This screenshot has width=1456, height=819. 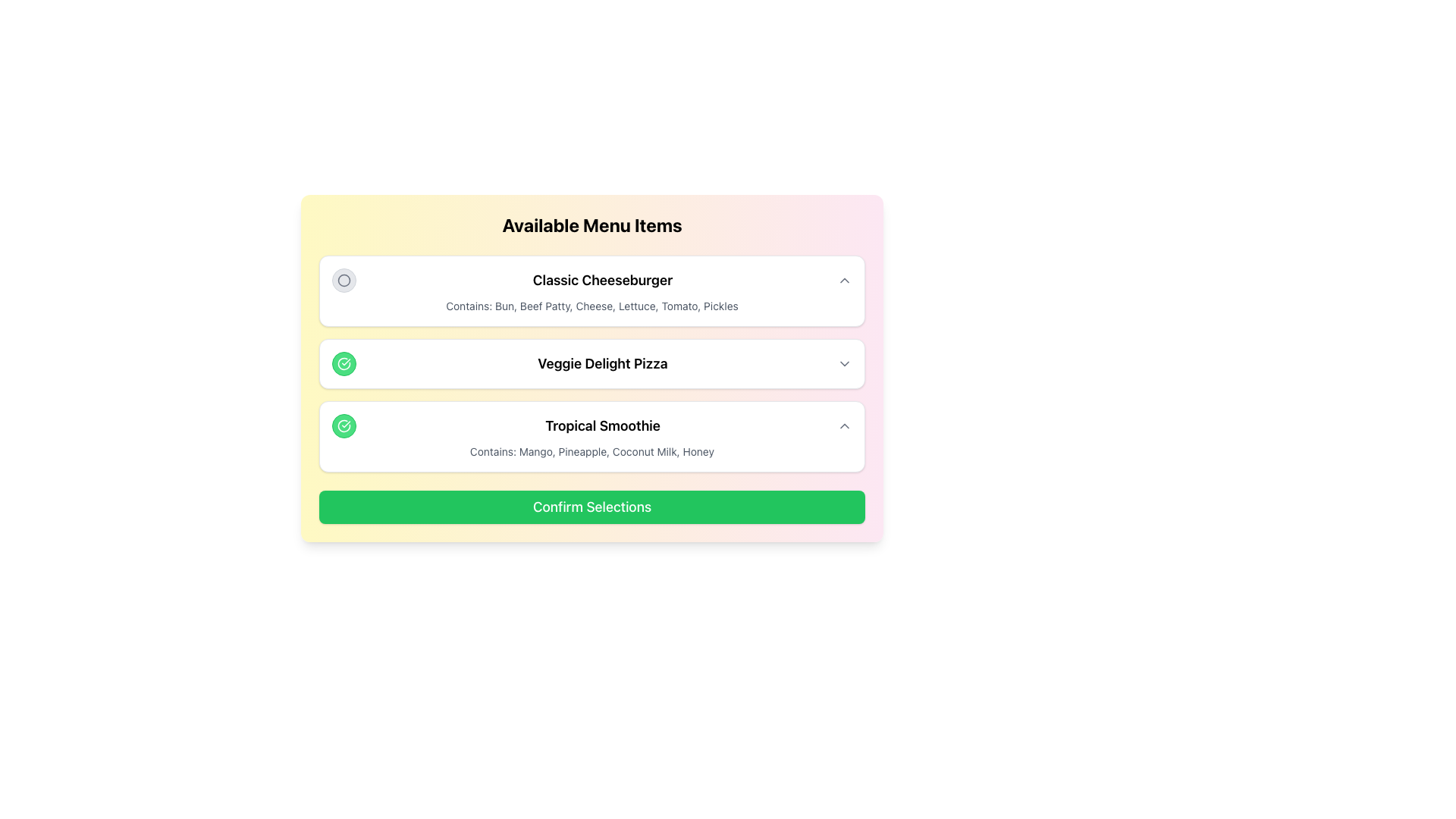 What do you see at coordinates (602, 426) in the screenshot?
I see `the text label for the menu item 'Tropical Smoothie', which is the third item in a vertical list of menu items` at bounding box center [602, 426].